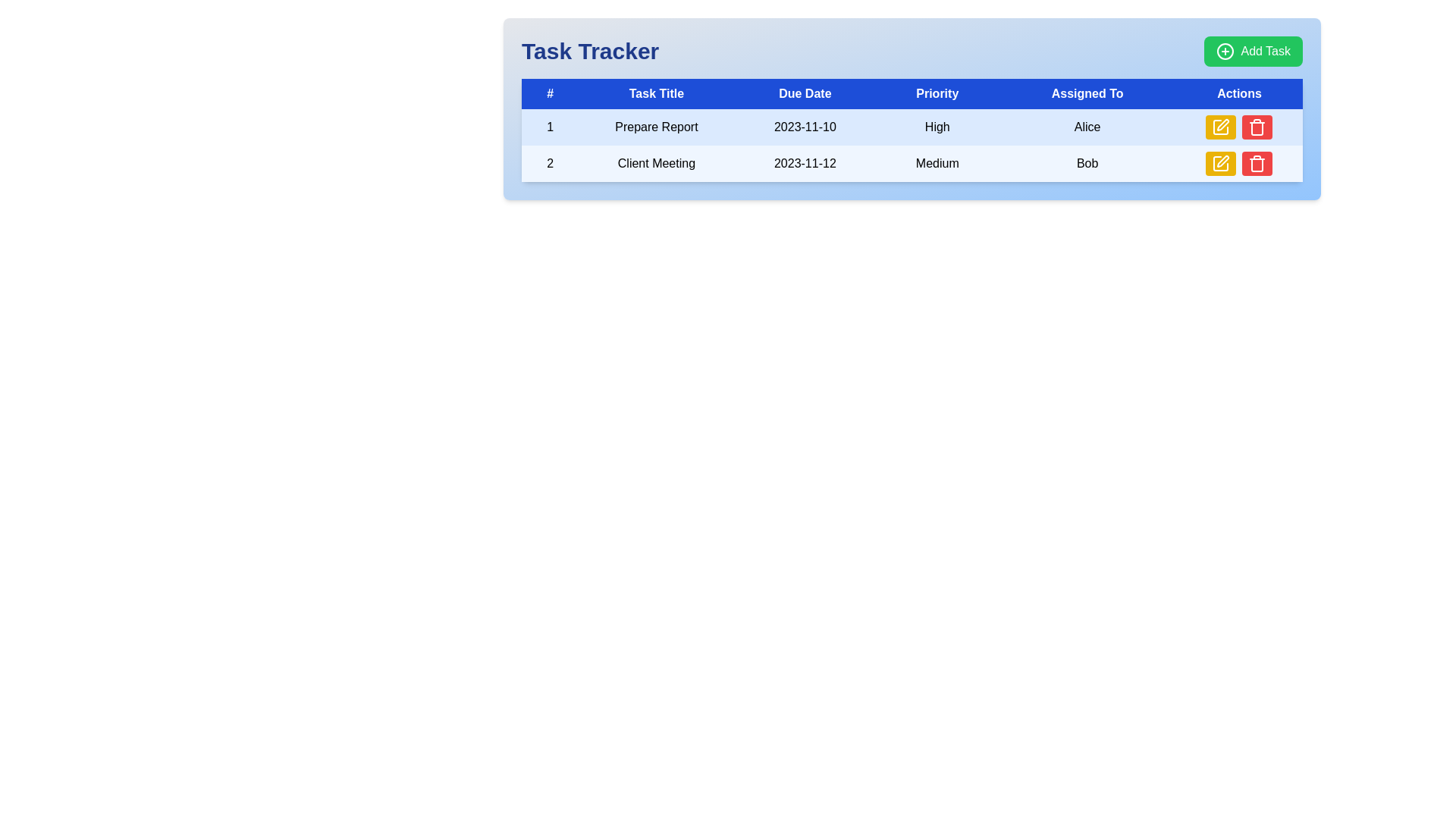 The height and width of the screenshot is (819, 1456). Describe the element at coordinates (1223, 124) in the screenshot. I see `the edit icon located in the 'Actions' column, specifically associated with the first row entry of the table` at that location.